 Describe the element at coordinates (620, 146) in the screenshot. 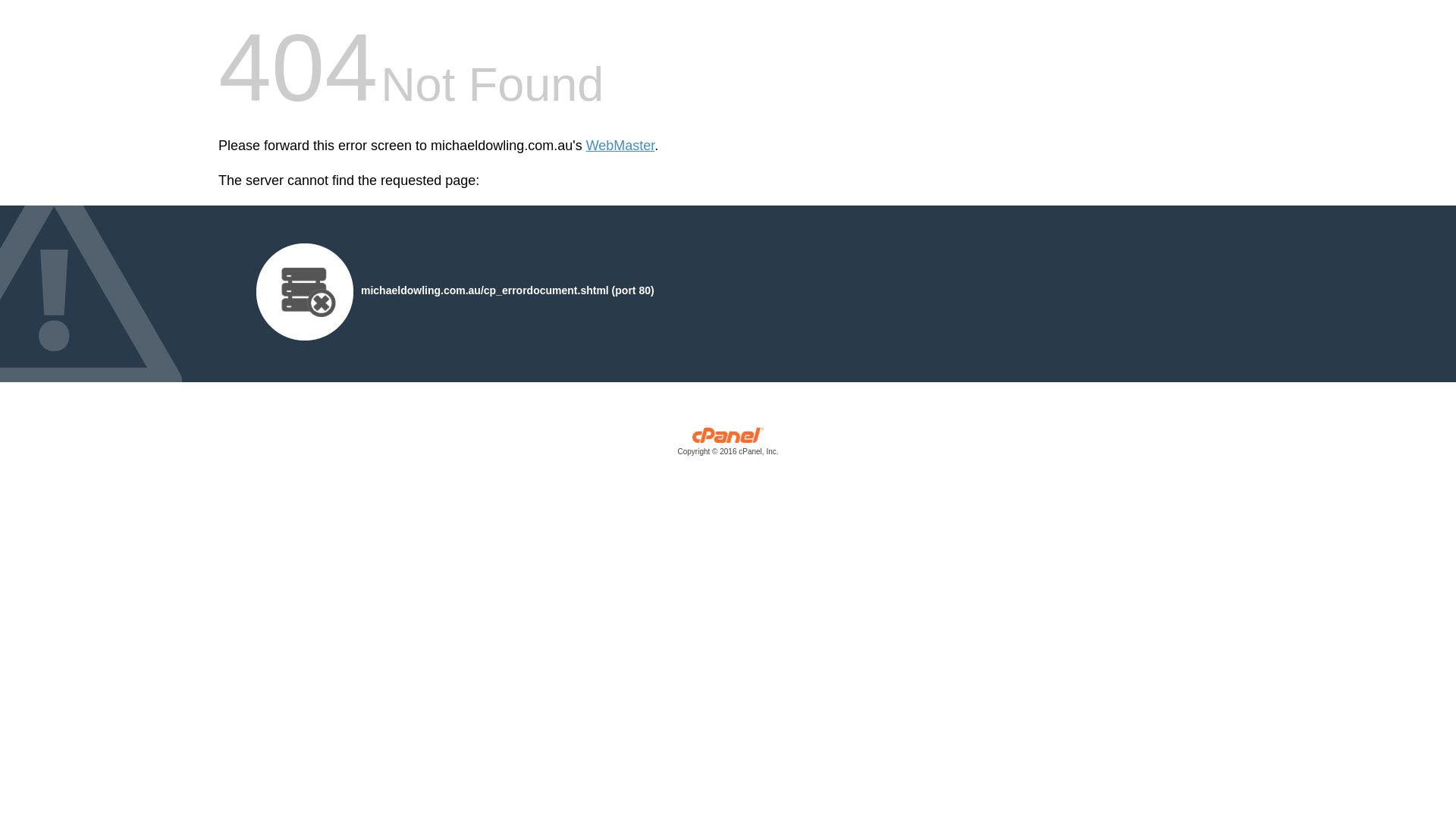

I see `'WebMaster'` at that location.